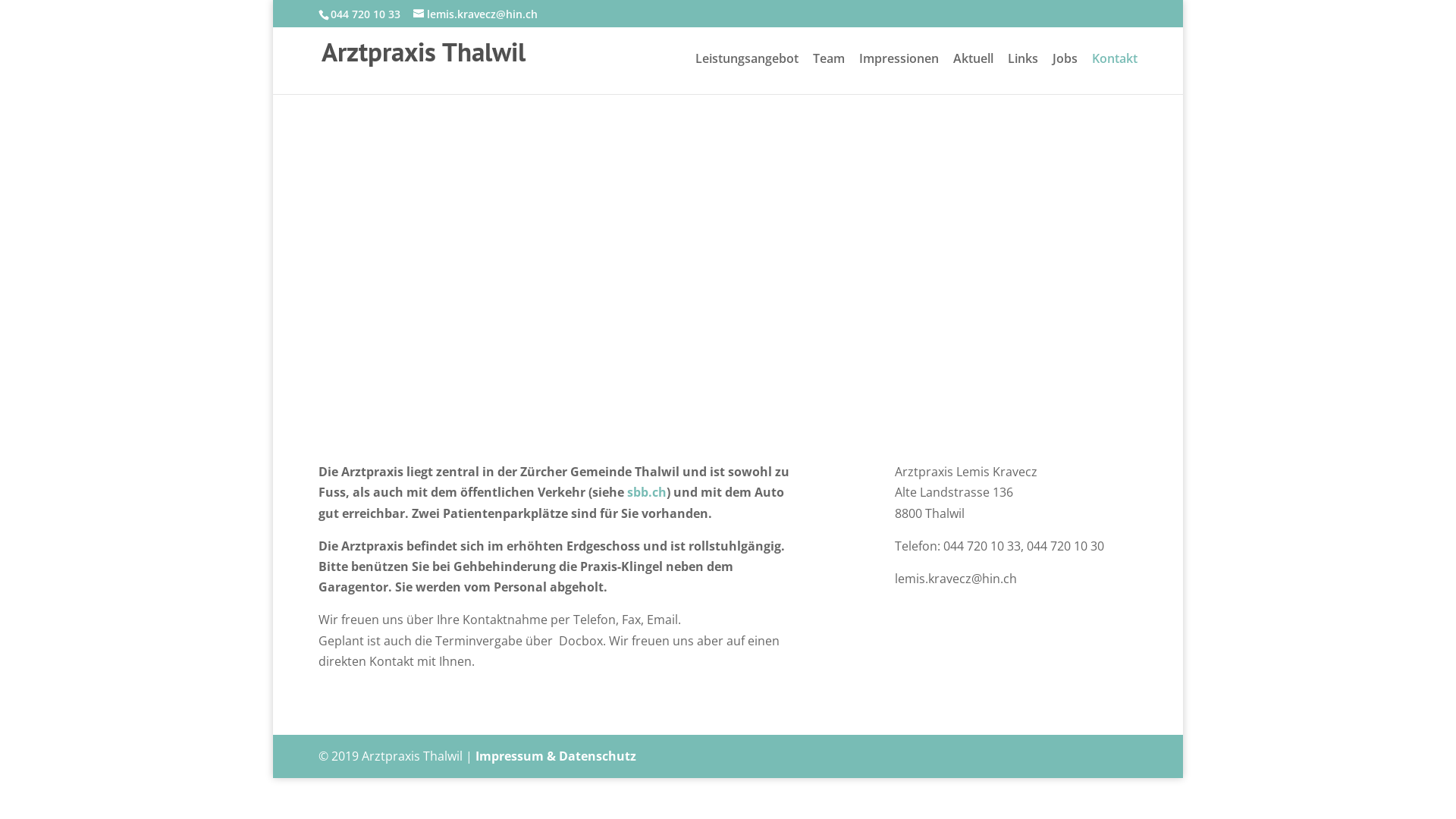  What do you see at coordinates (423, 55) in the screenshot?
I see `'Arztpraxis Thalwil'` at bounding box center [423, 55].